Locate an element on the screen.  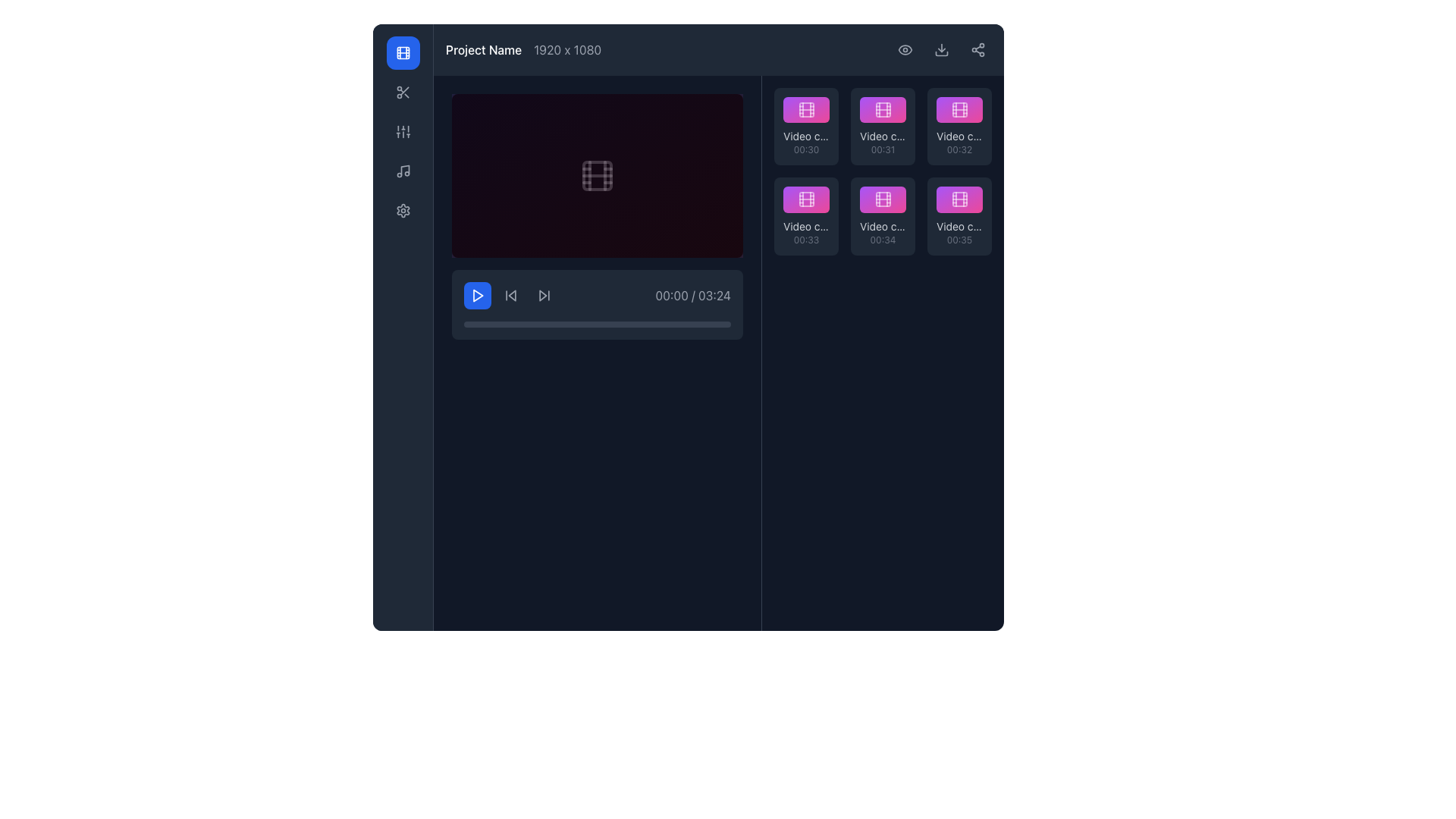
text label indicating the duration of the video clip located below 'Video clip 4' in the grid layout is located at coordinates (805, 239).